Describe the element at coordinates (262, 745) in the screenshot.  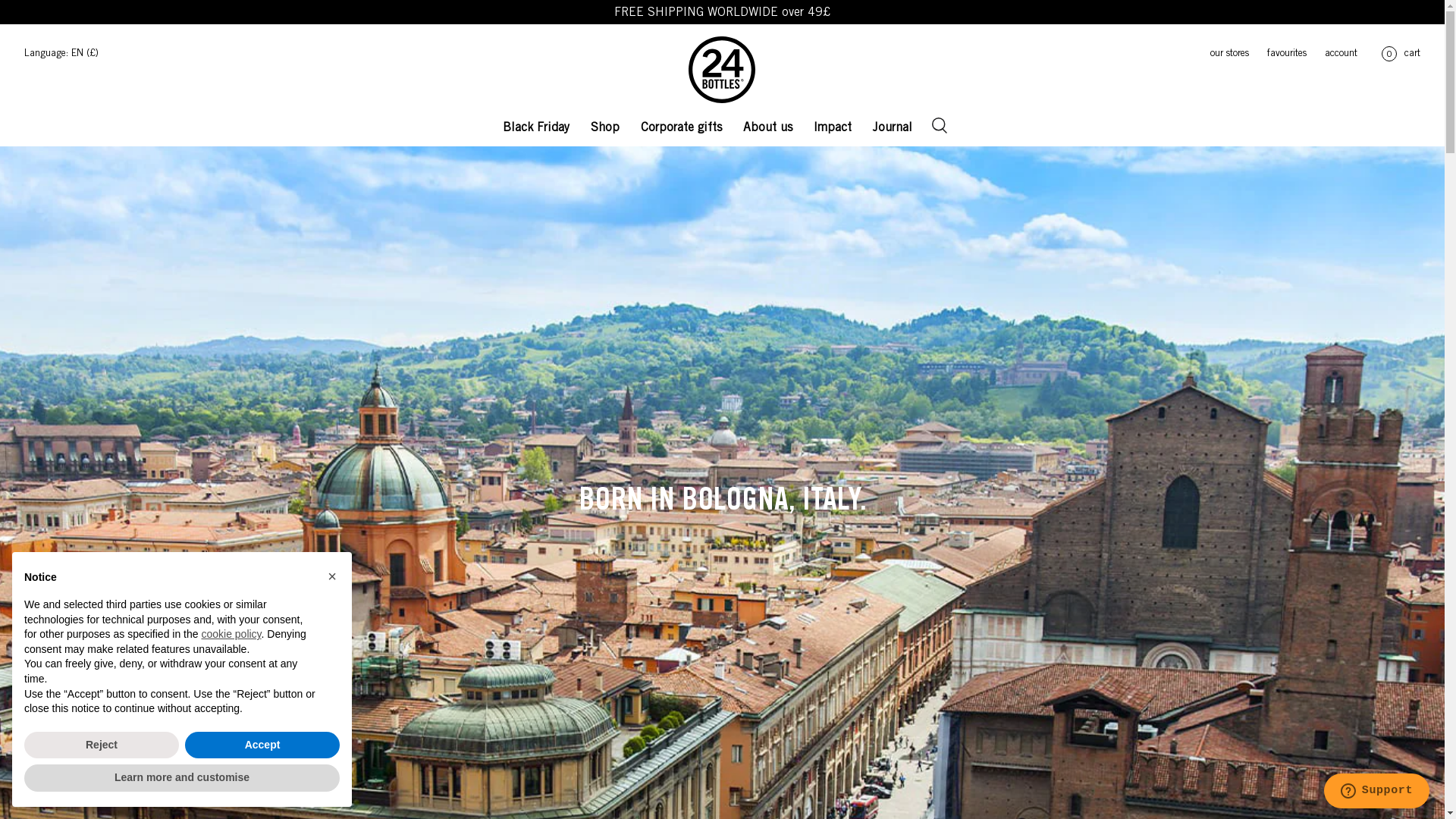
I see `'Accept'` at that location.